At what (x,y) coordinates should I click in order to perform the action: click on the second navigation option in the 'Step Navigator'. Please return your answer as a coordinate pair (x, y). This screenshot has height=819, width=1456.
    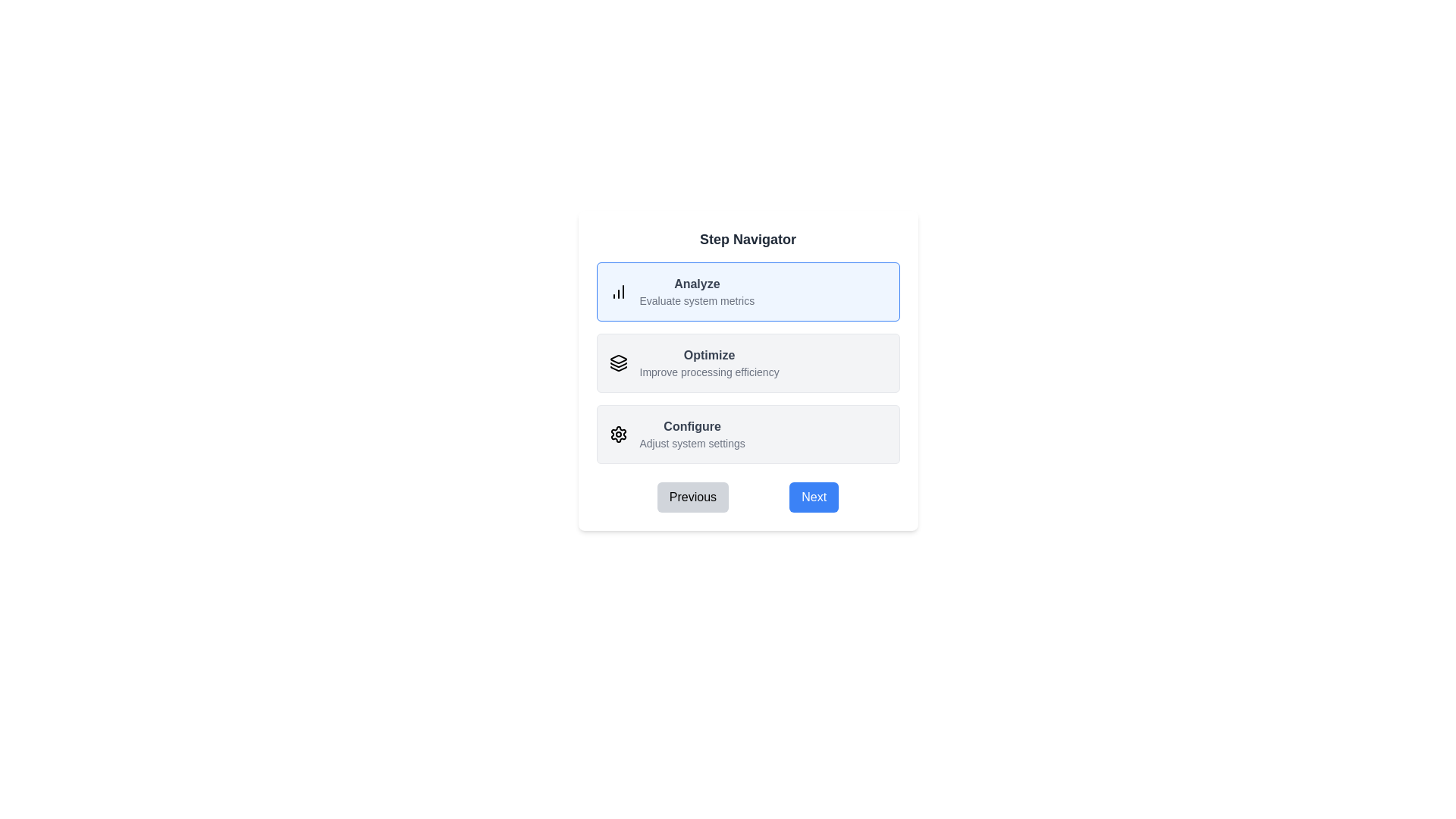
    Looking at the image, I should click on (708, 362).